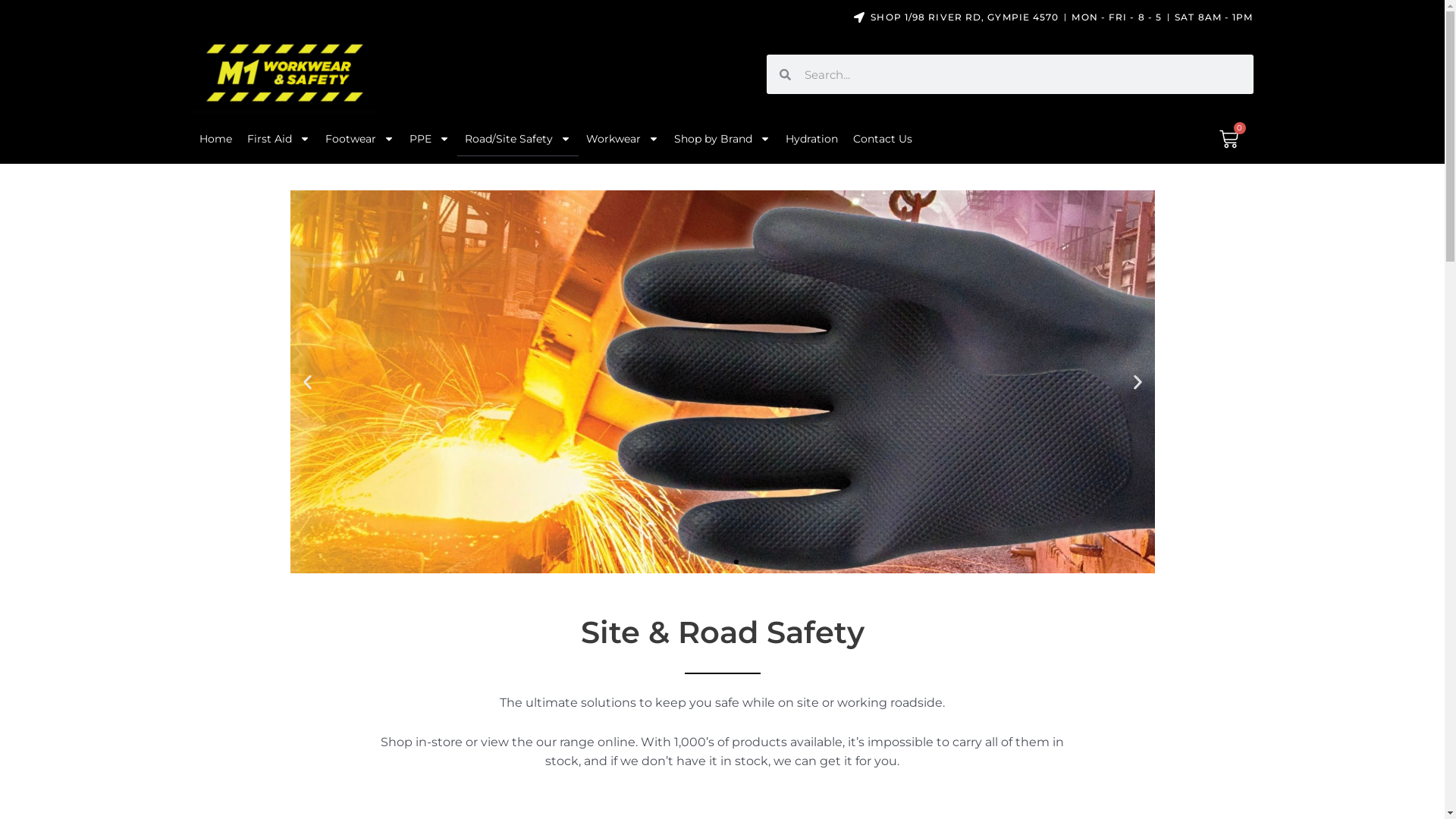 This screenshot has width=1456, height=819. I want to click on '0, so click(1228, 139).